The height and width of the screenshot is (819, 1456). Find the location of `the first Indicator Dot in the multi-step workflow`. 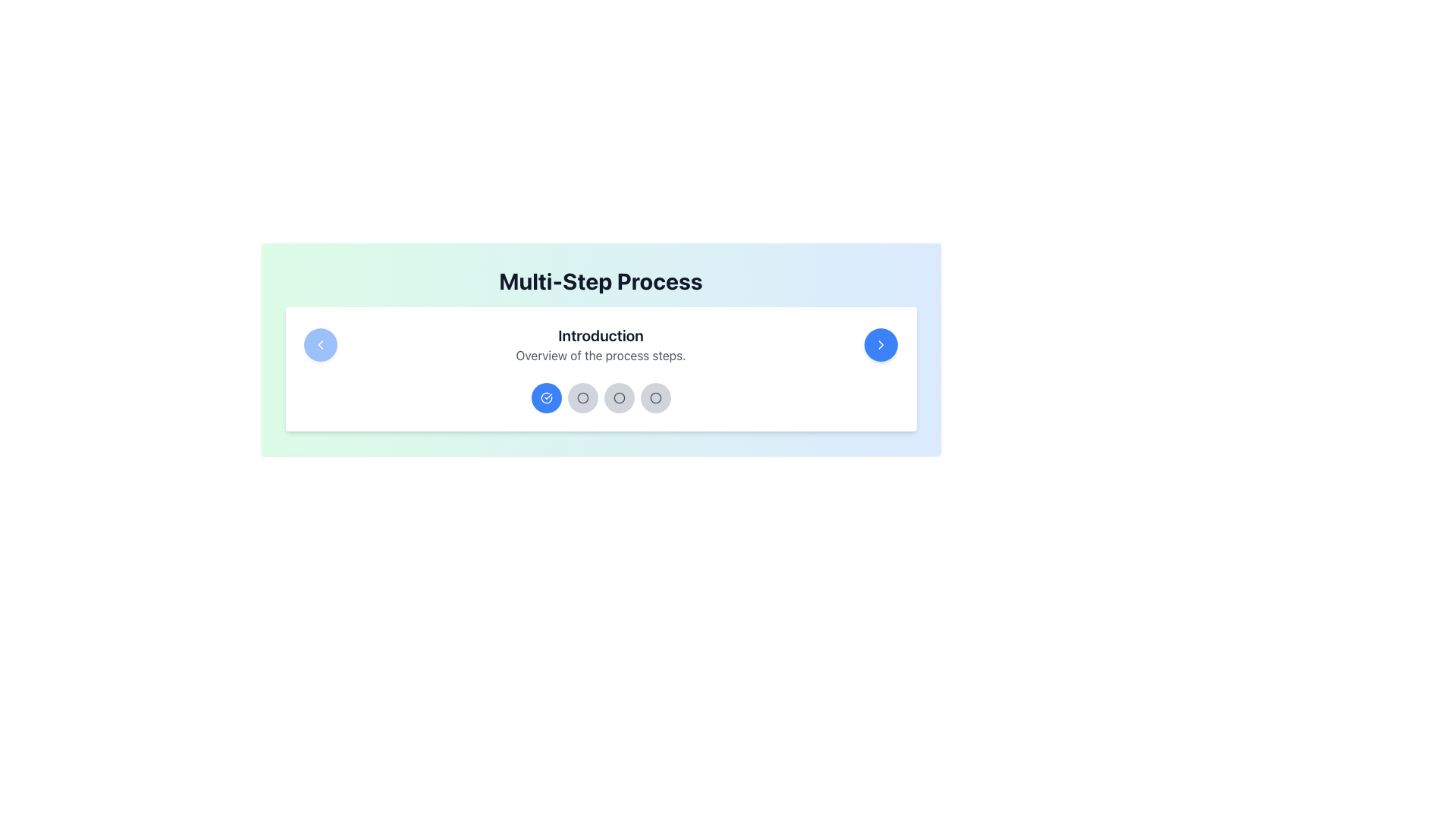

the first Indicator Dot in the multi-step workflow is located at coordinates (546, 397).